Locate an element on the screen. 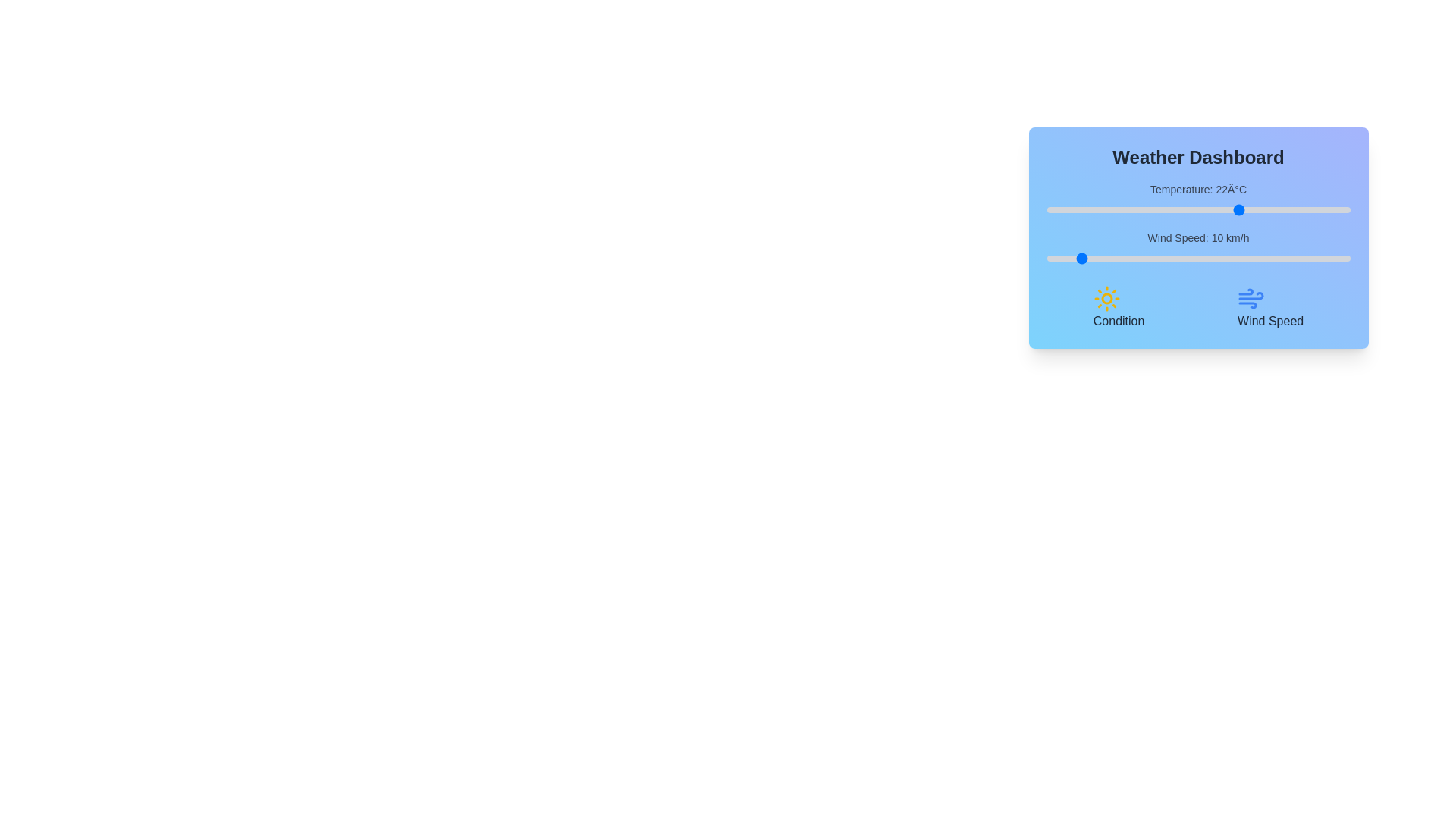 Image resolution: width=1456 pixels, height=819 pixels. the 'Wind Speed' icon to view its details is located at coordinates (1251, 298).